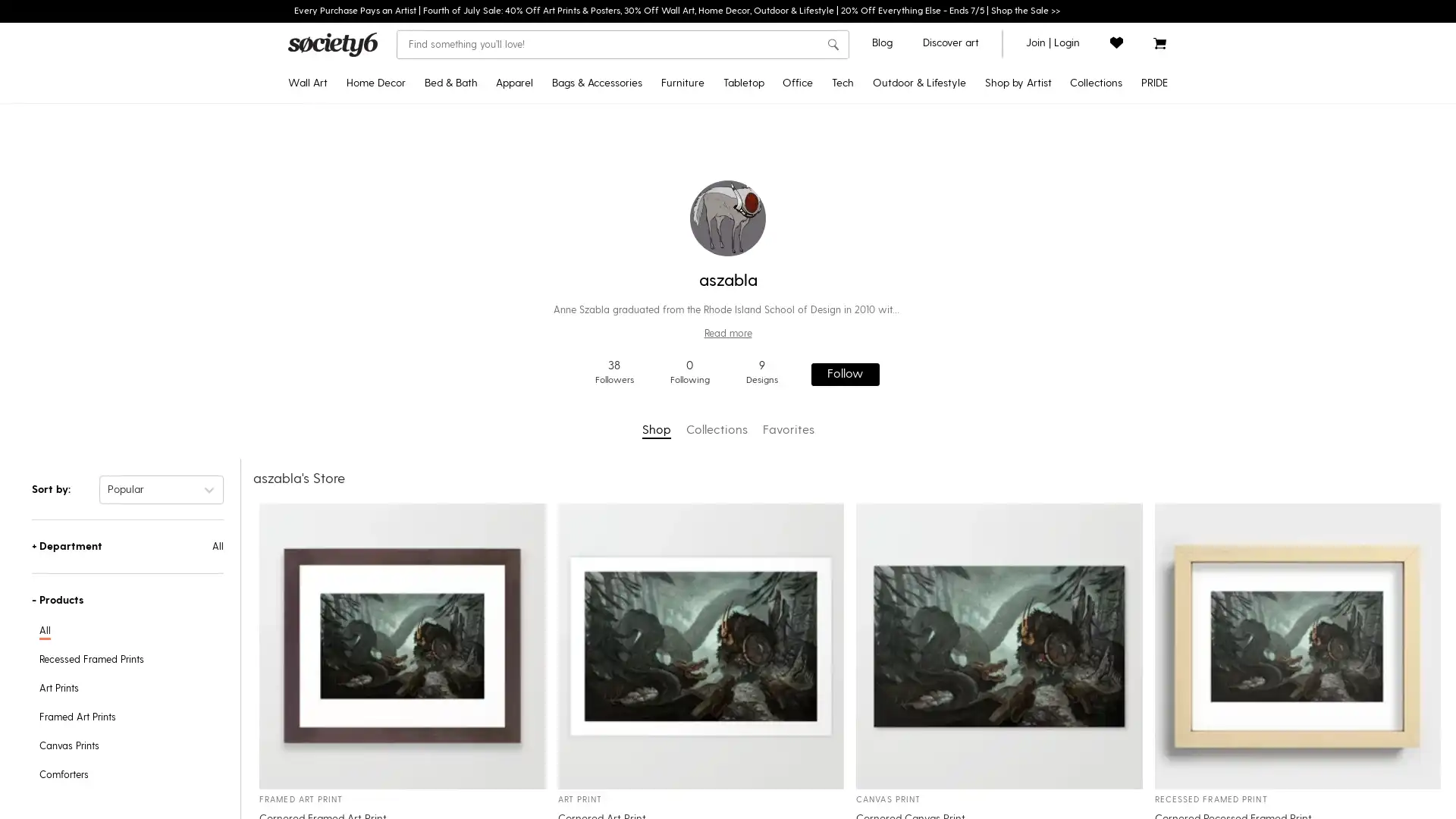  What do you see at coordinates (356, 341) in the screenshot?
I see `Wall Hangings` at bounding box center [356, 341].